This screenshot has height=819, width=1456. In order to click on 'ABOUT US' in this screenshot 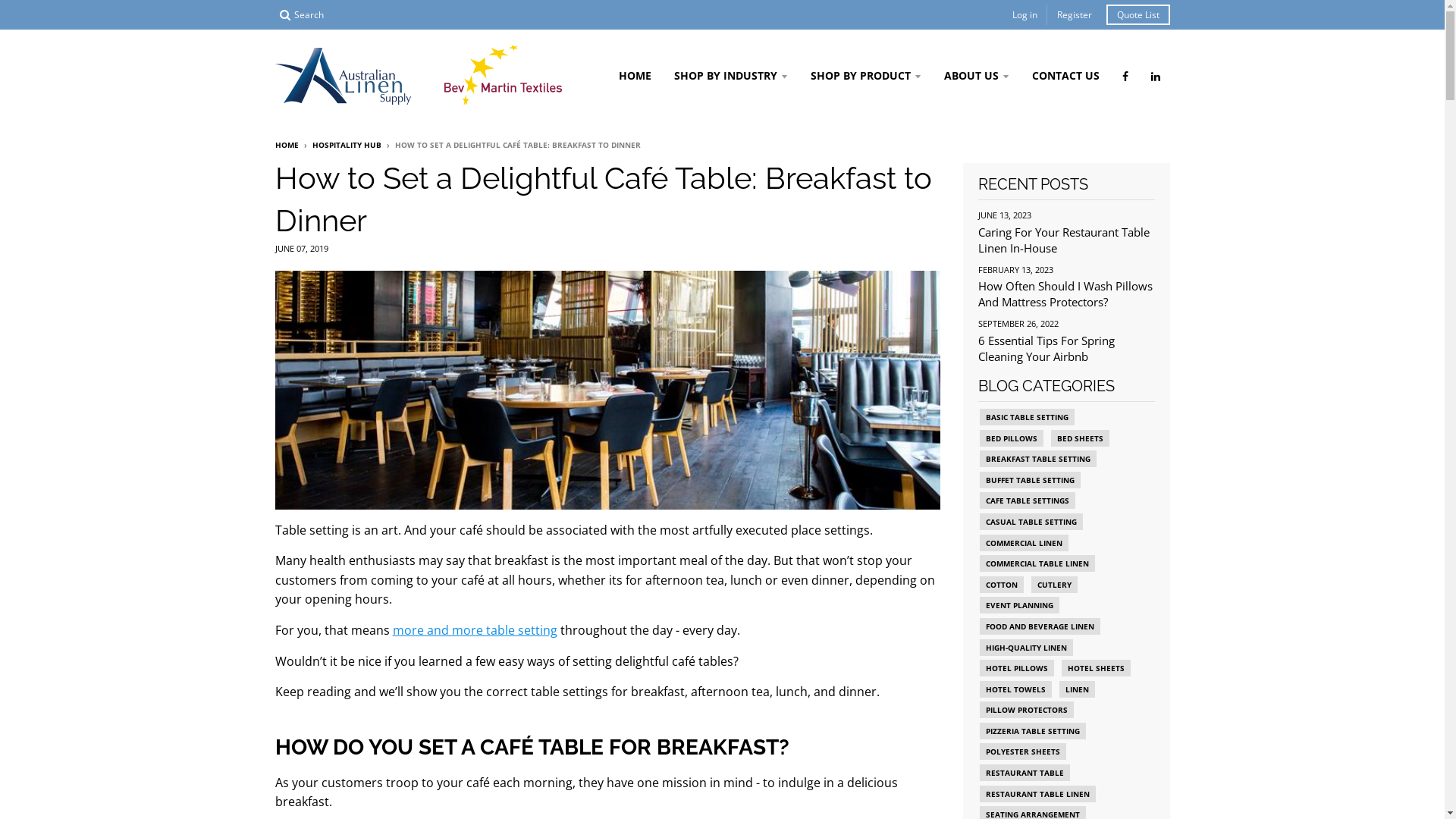, I will do `click(976, 76)`.